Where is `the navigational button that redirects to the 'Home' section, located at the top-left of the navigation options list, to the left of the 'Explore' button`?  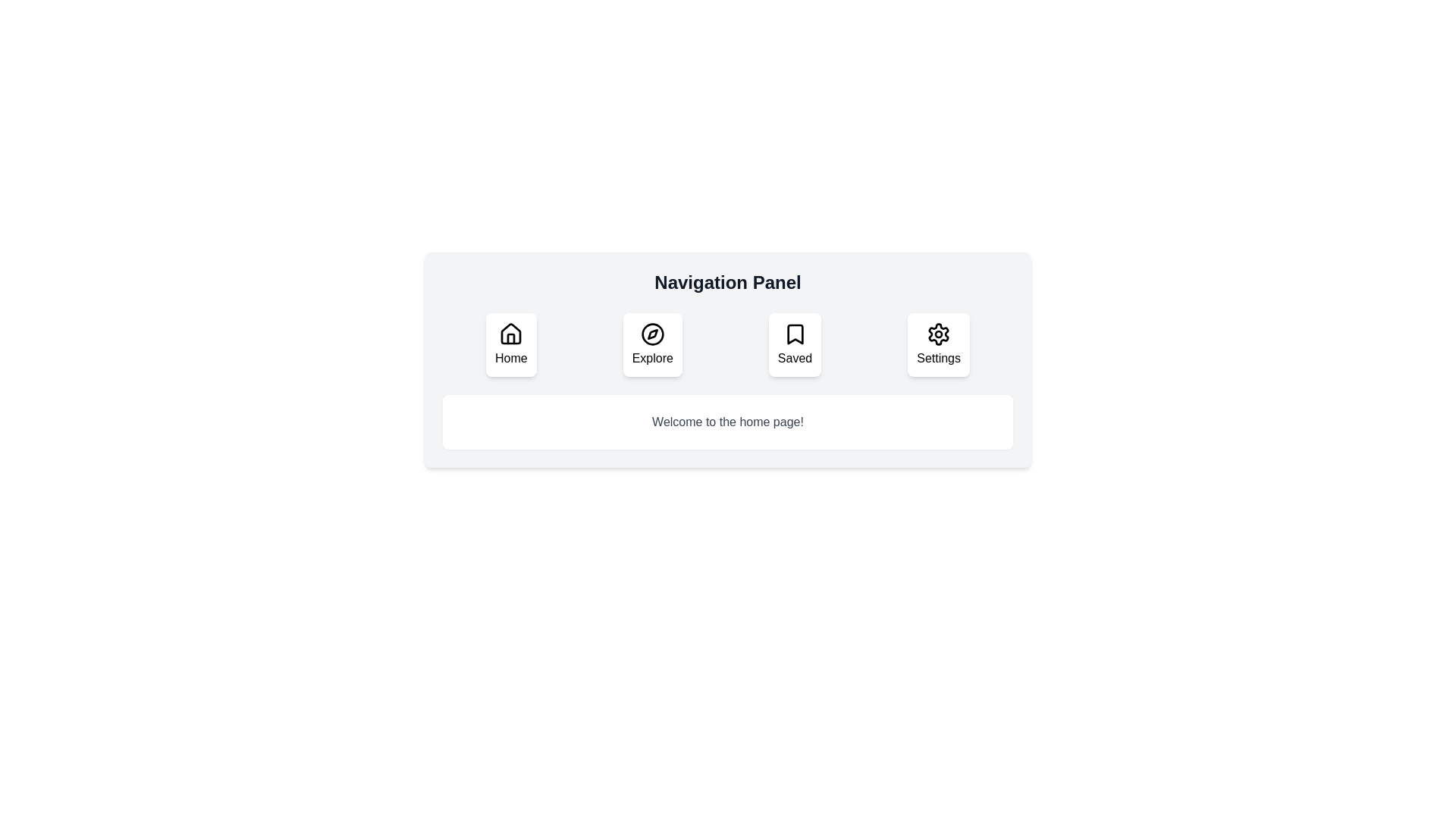 the navigational button that redirects to the 'Home' section, located at the top-left of the navigation options list, to the left of the 'Explore' button is located at coordinates (510, 345).